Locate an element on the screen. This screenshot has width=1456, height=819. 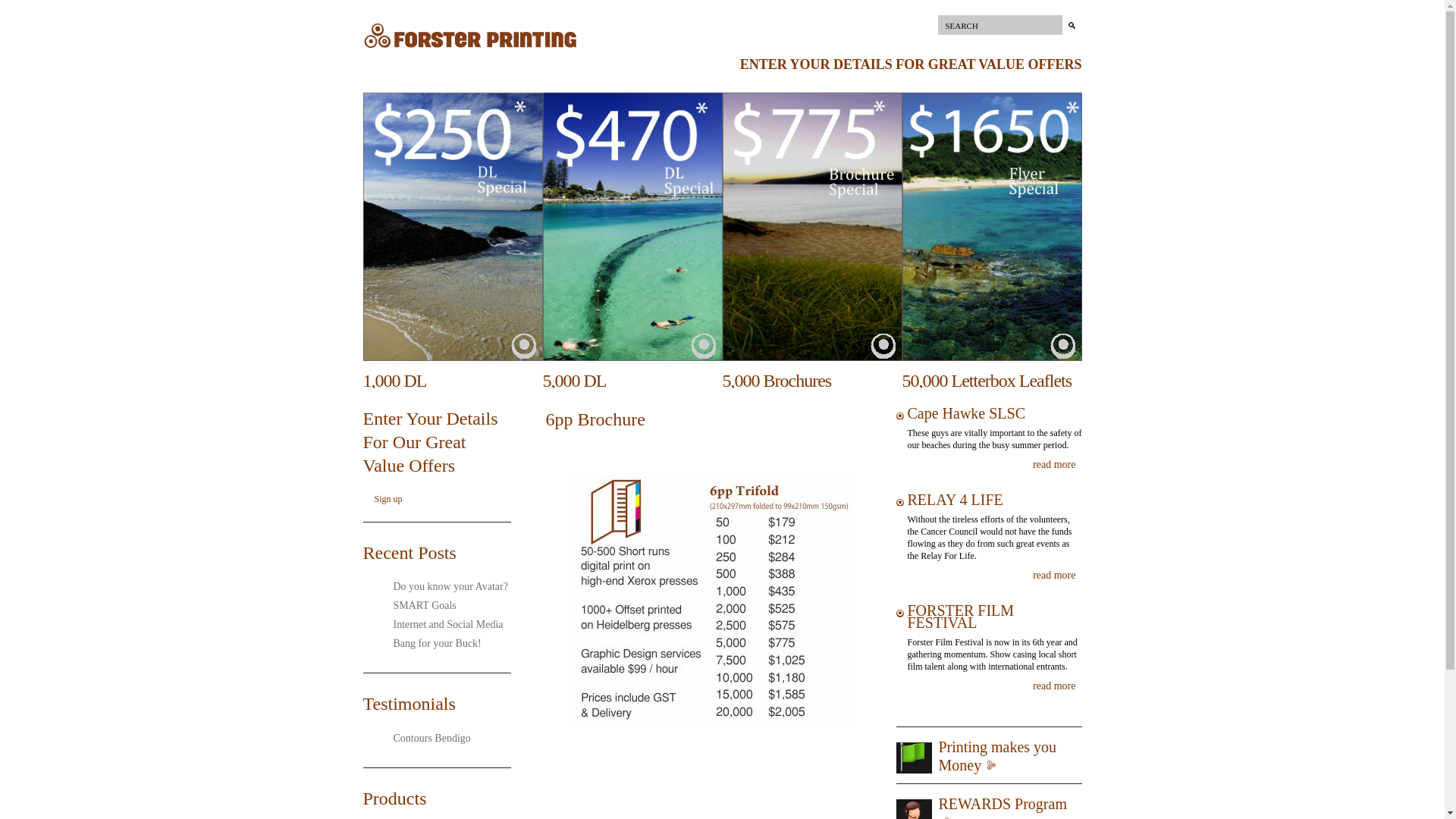
'read more' is located at coordinates (1032, 686).